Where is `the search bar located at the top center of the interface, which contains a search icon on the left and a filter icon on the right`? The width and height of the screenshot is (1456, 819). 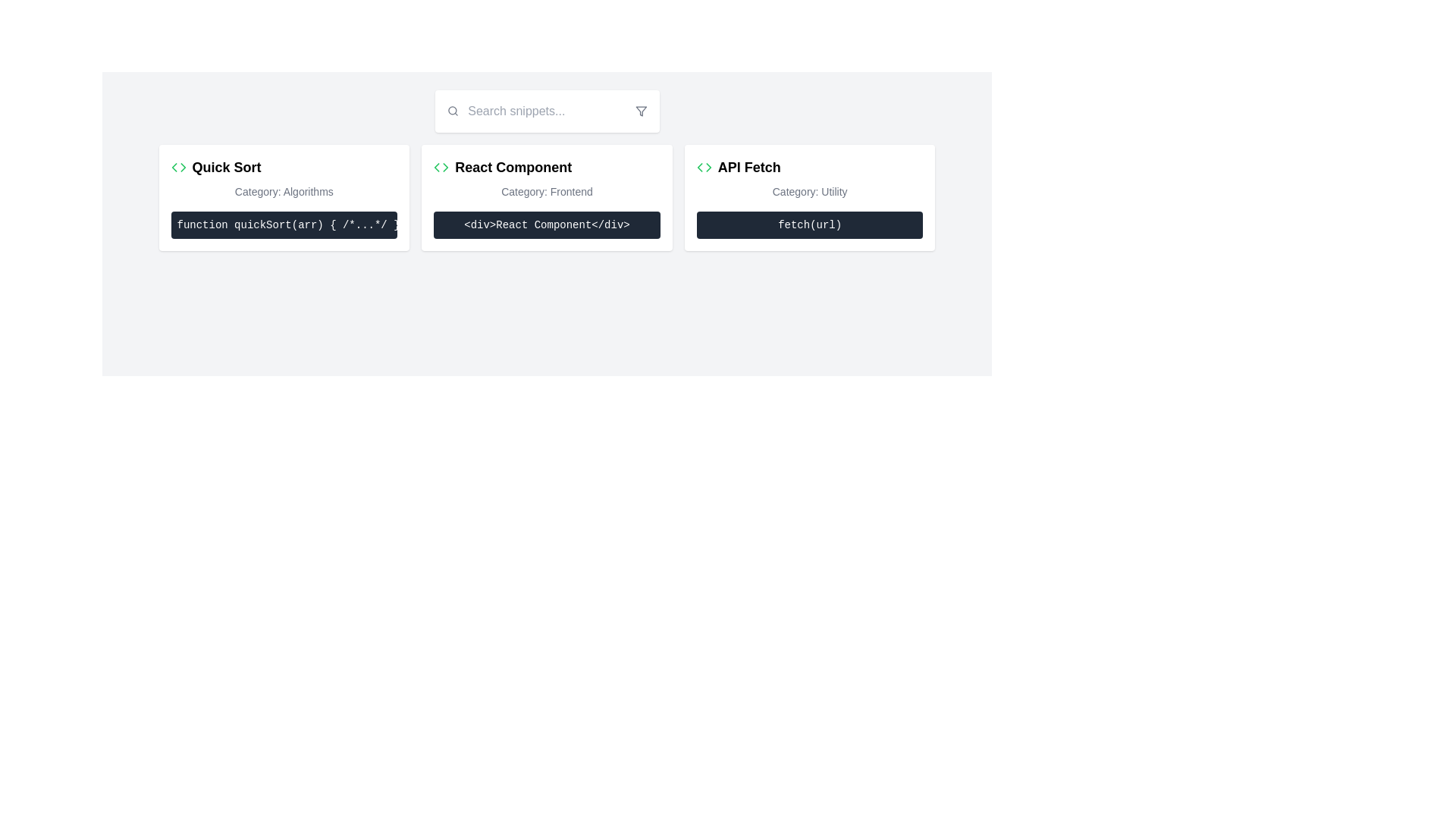
the search bar located at the top center of the interface, which contains a search icon on the left and a filter icon on the right is located at coordinates (546, 110).